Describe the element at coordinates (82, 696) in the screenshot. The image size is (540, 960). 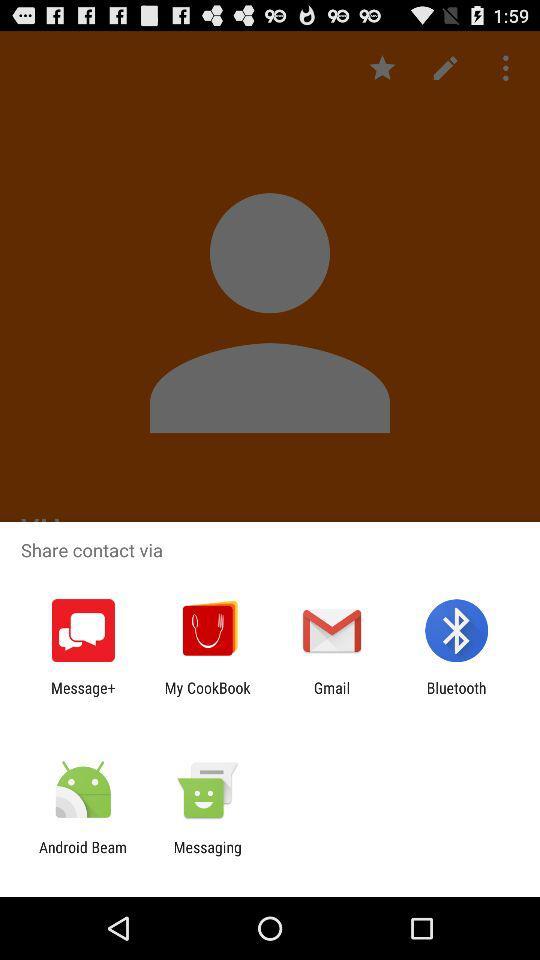
I see `the message+ item` at that location.